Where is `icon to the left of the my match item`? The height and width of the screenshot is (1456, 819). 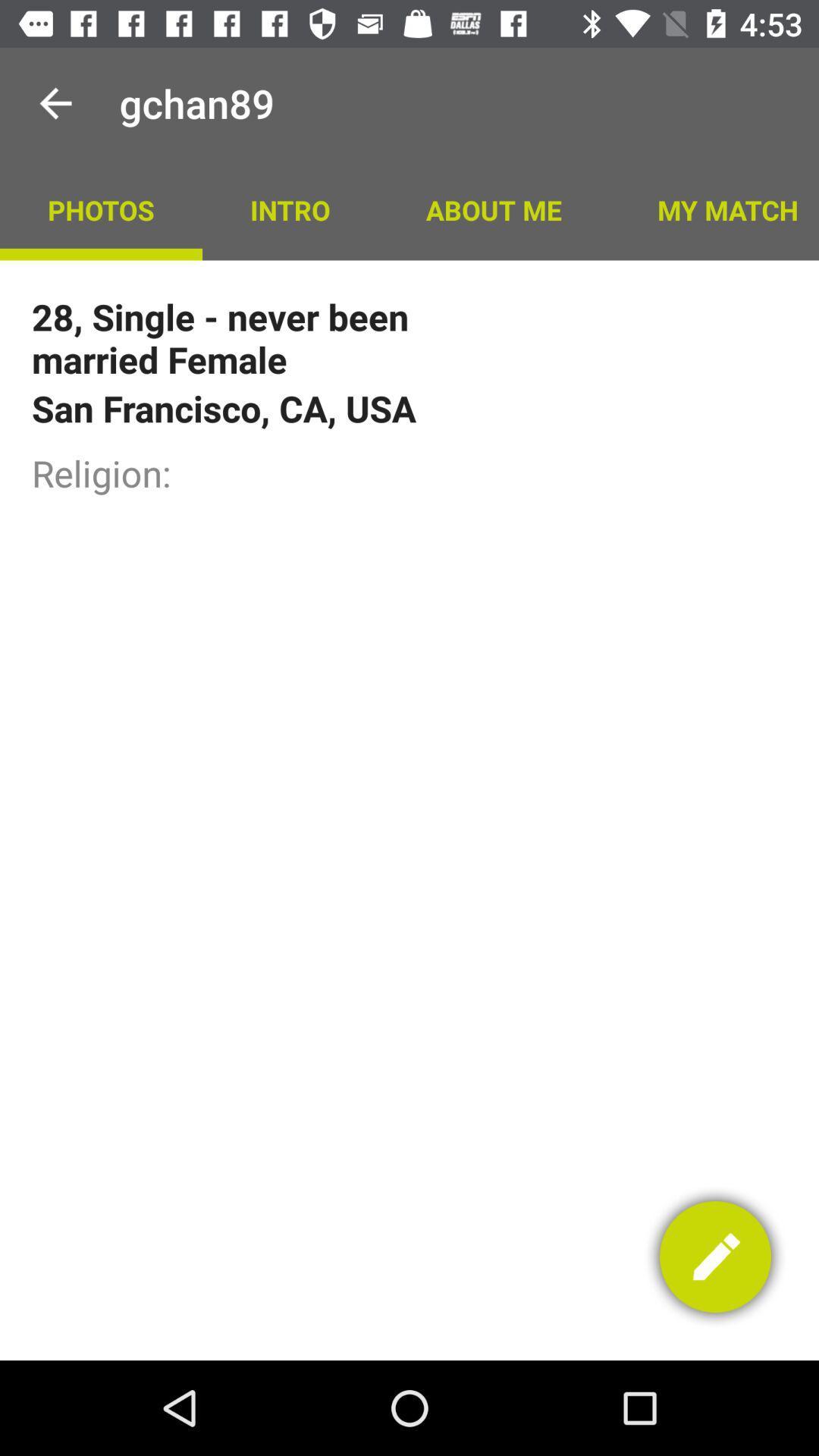 icon to the left of the my match item is located at coordinates (494, 209).